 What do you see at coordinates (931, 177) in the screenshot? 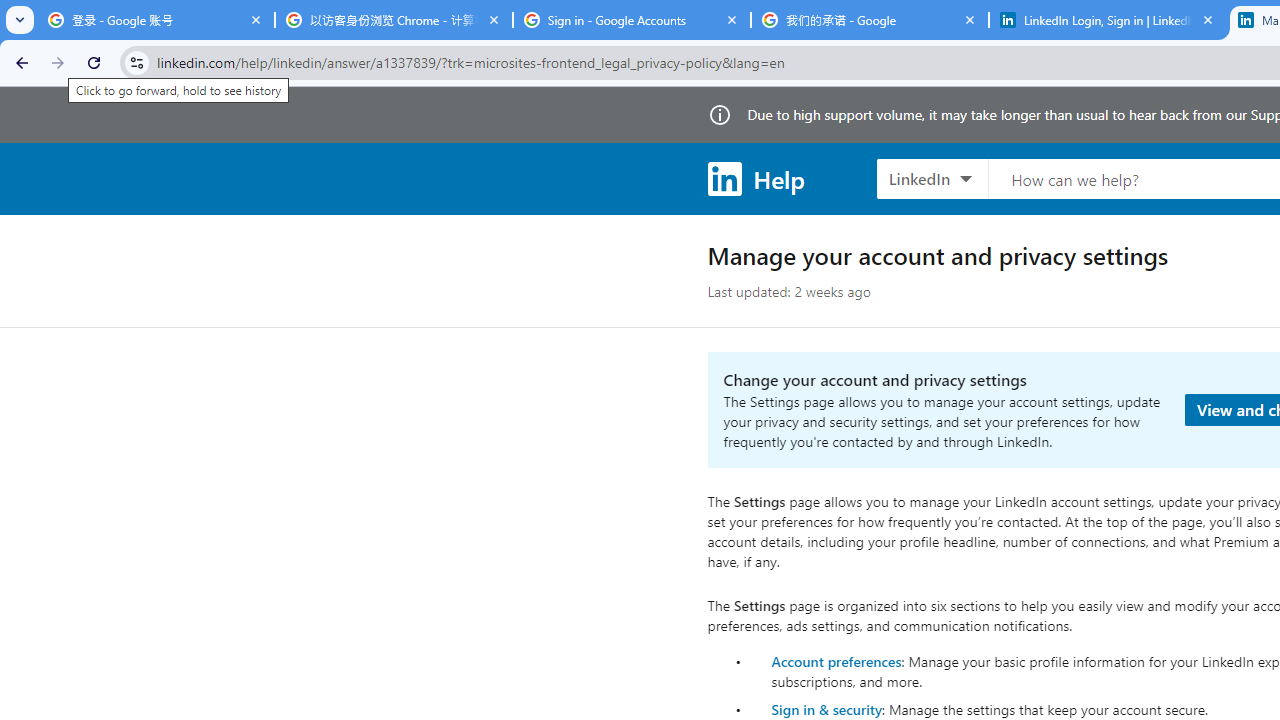
I see `'LinkedIn products to search, LinkedIn selected'` at bounding box center [931, 177].